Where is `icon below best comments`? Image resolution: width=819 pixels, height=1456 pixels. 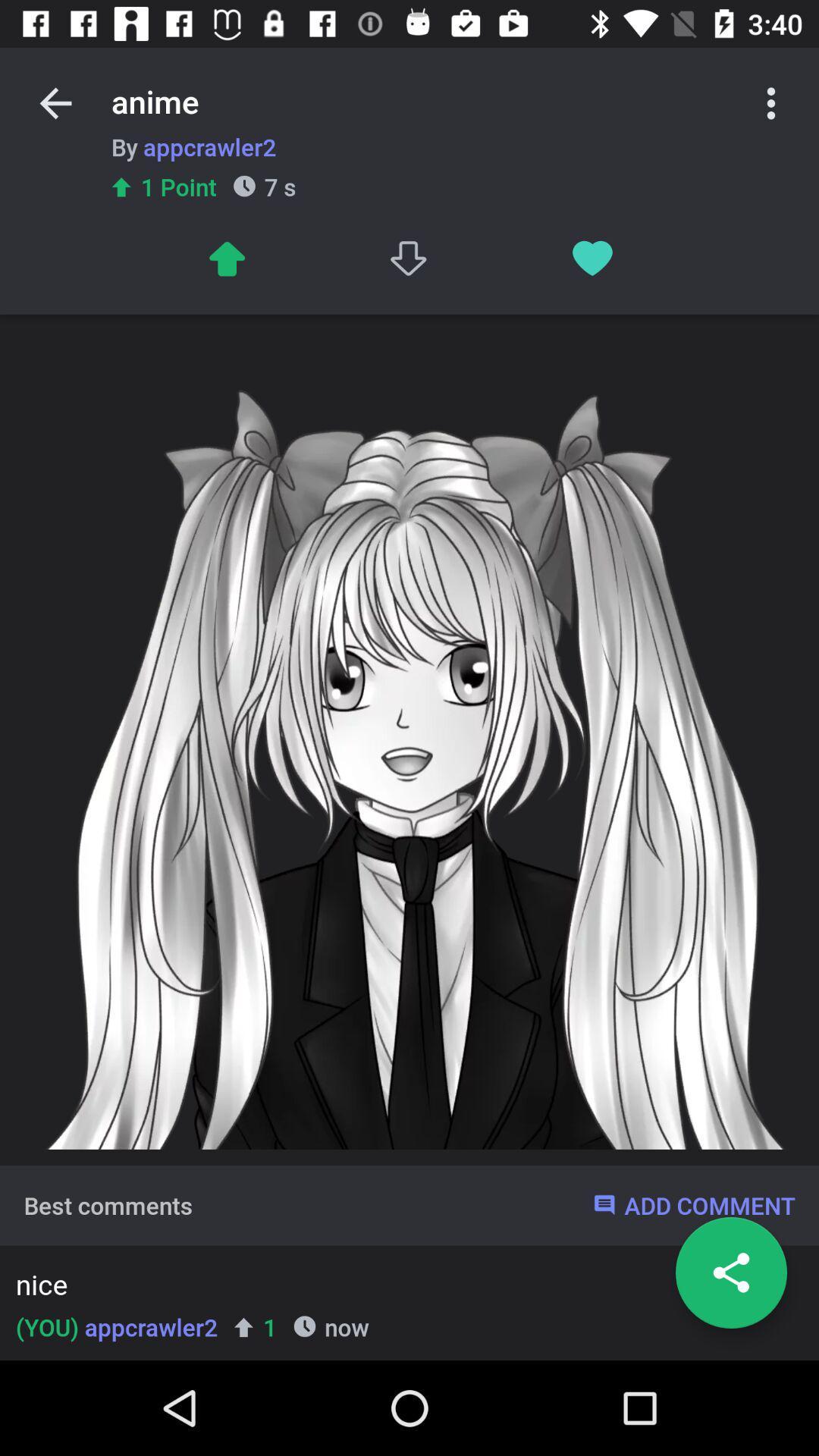 icon below best comments is located at coordinates (404, 1287).